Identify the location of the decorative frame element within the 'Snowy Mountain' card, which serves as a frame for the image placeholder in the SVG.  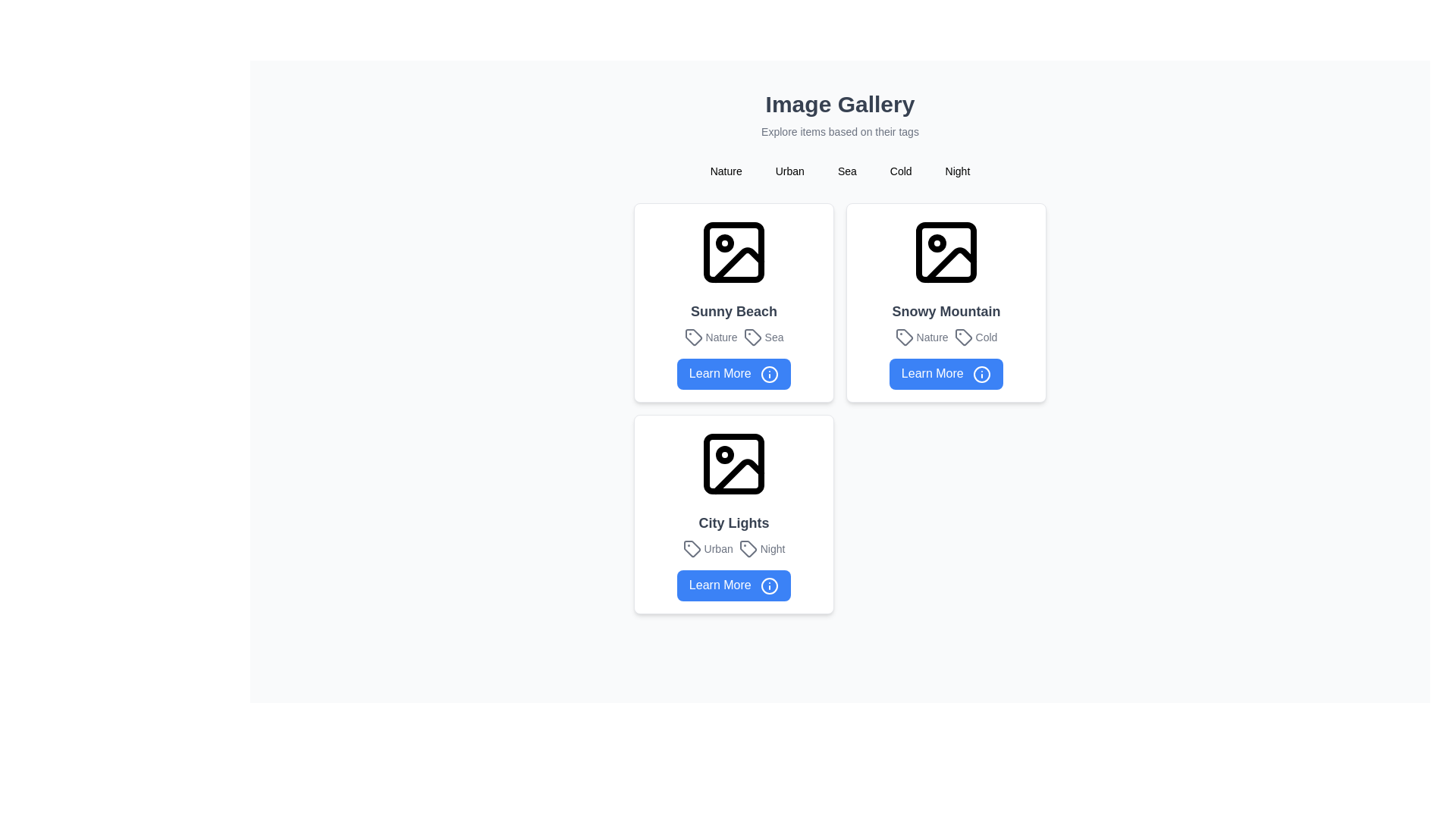
(946, 251).